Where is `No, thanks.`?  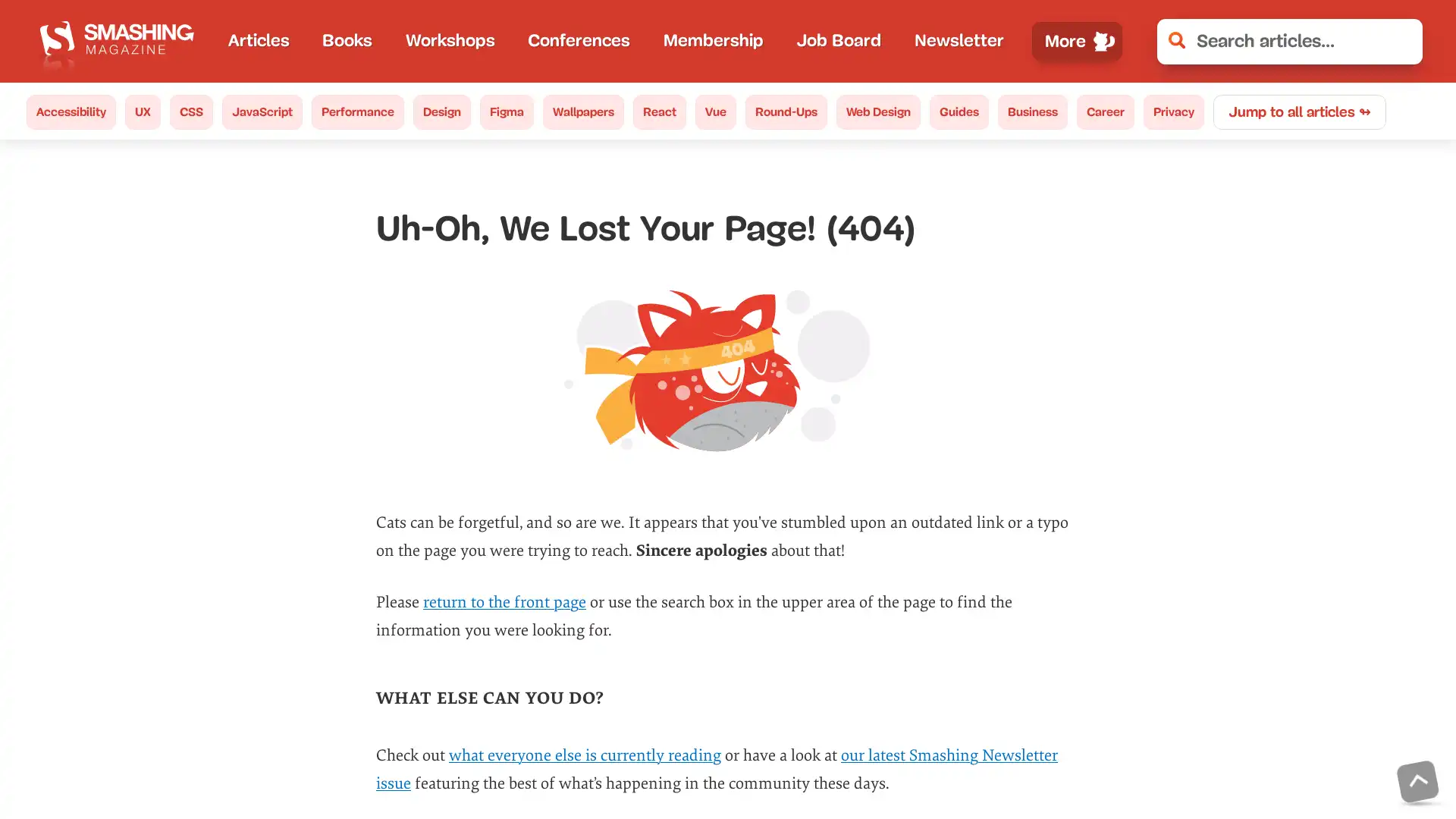
No, thanks. is located at coordinates (1191, 758).